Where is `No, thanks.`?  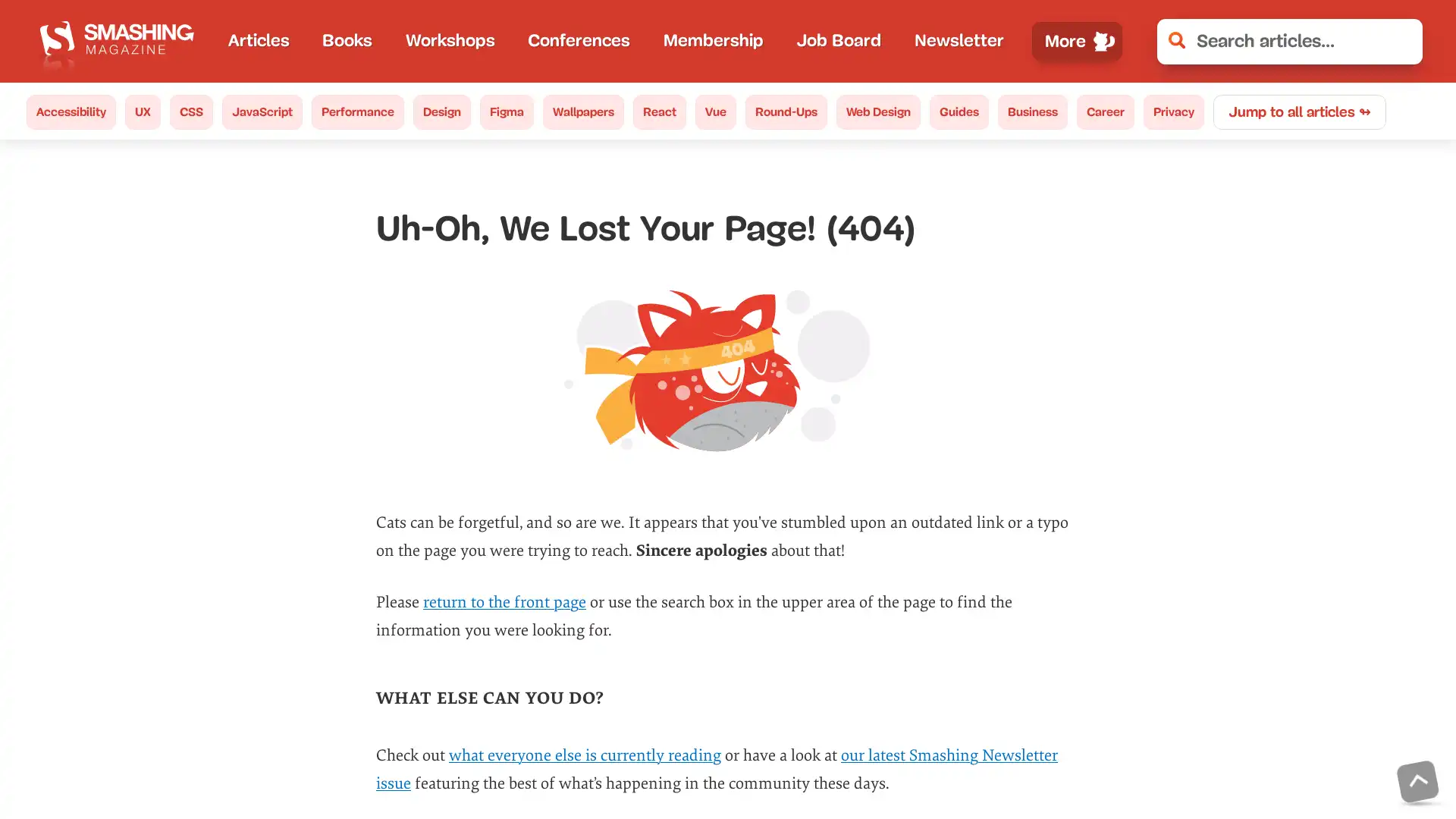
No, thanks. is located at coordinates (1191, 758).